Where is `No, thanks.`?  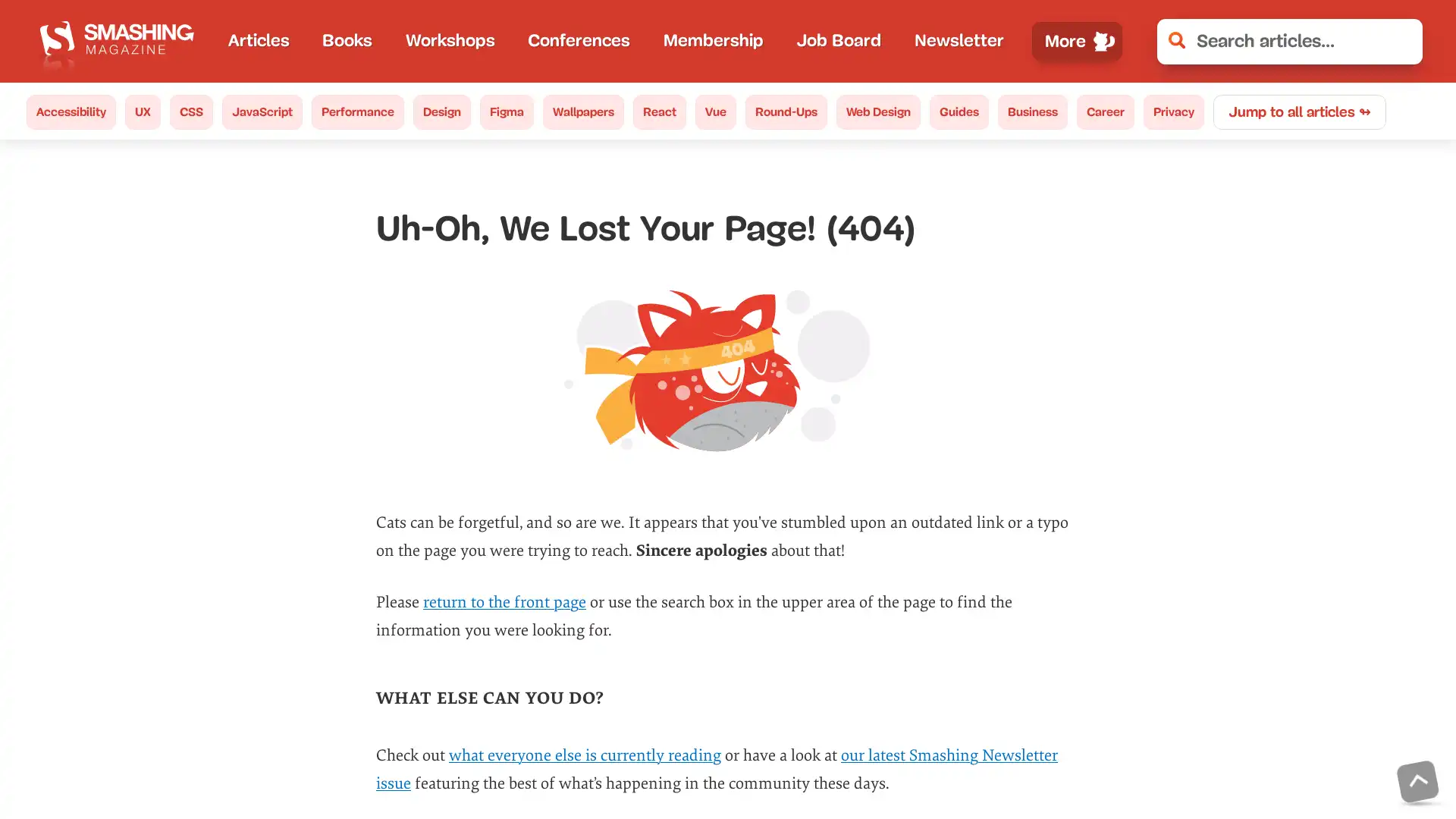
No, thanks. is located at coordinates (1191, 758).